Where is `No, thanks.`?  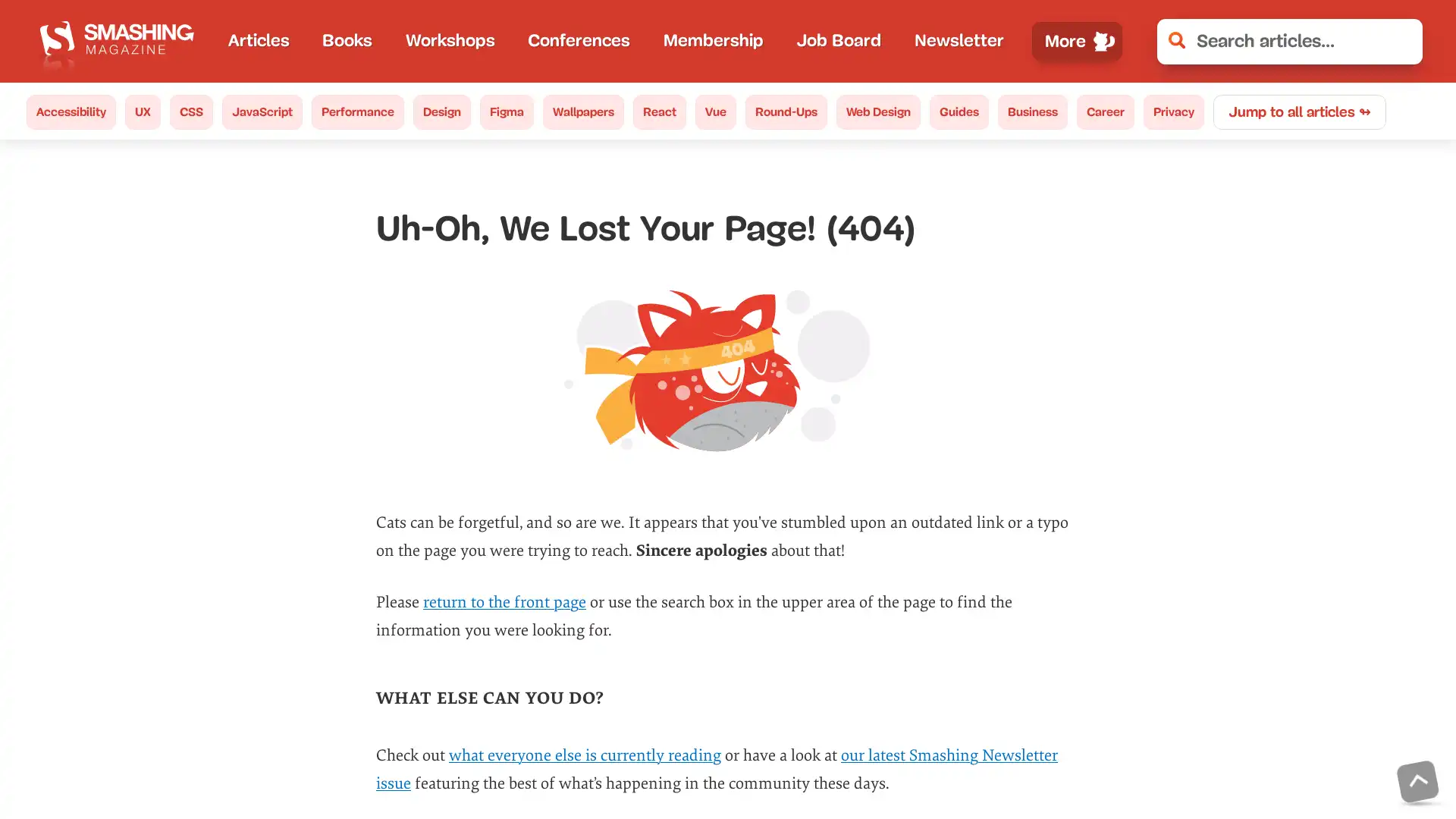
No, thanks. is located at coordinates (1191, 758).